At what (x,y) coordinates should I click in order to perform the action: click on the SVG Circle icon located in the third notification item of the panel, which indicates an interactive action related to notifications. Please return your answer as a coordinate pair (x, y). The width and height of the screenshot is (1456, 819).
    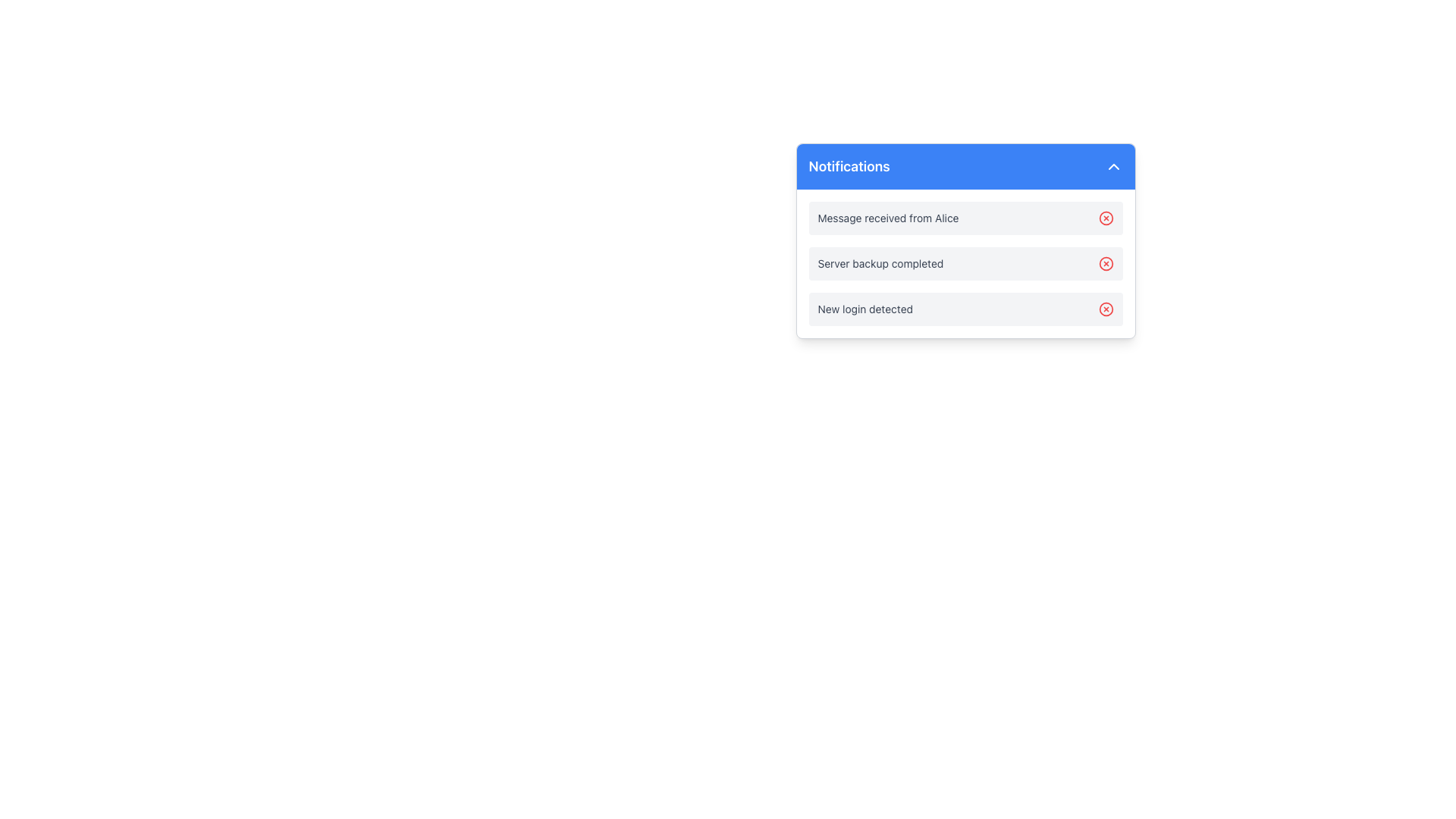
    Looking at the image, I should click on (1106, 309).